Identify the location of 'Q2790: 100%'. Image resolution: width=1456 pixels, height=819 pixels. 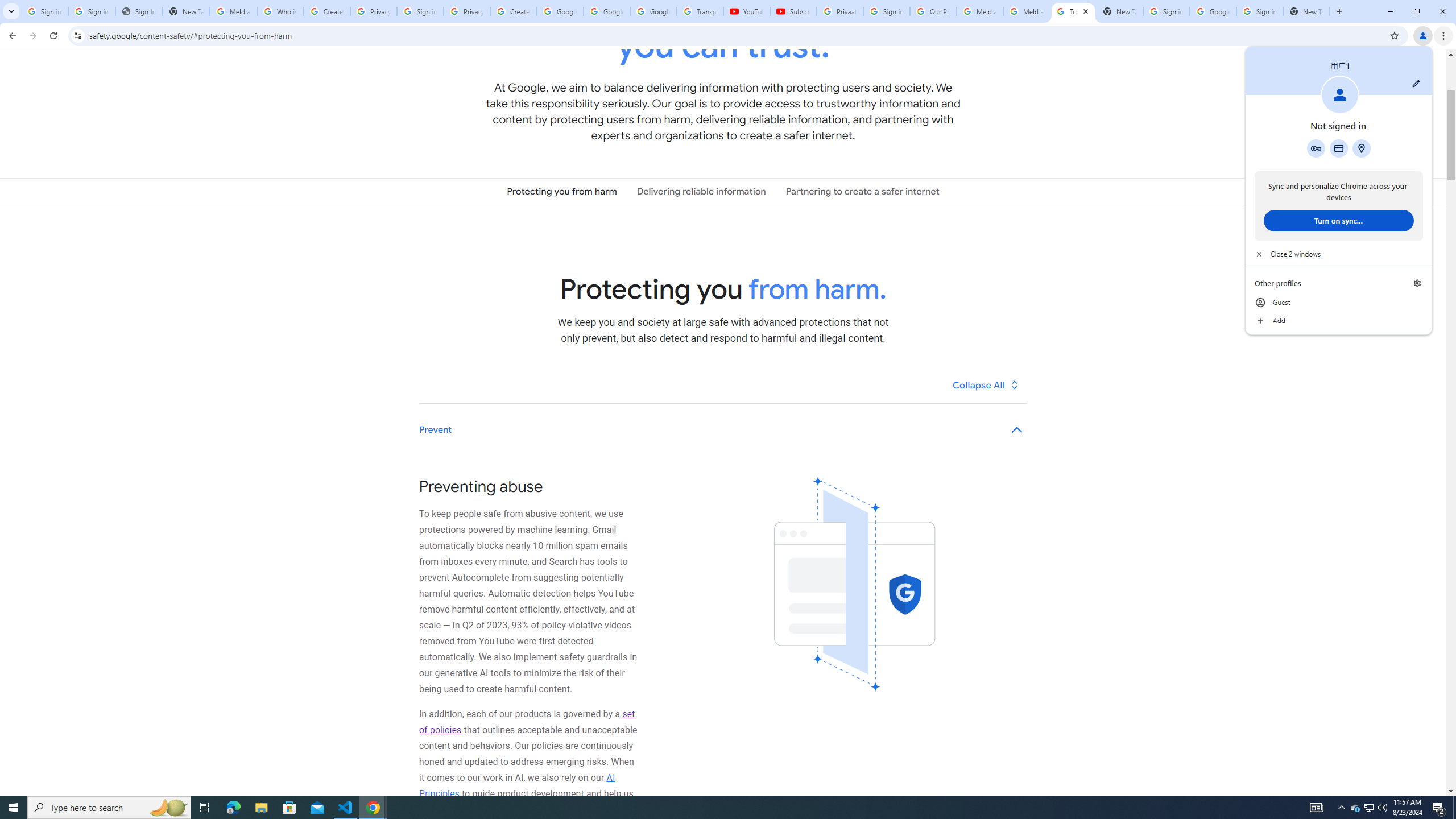
(1381, 806).